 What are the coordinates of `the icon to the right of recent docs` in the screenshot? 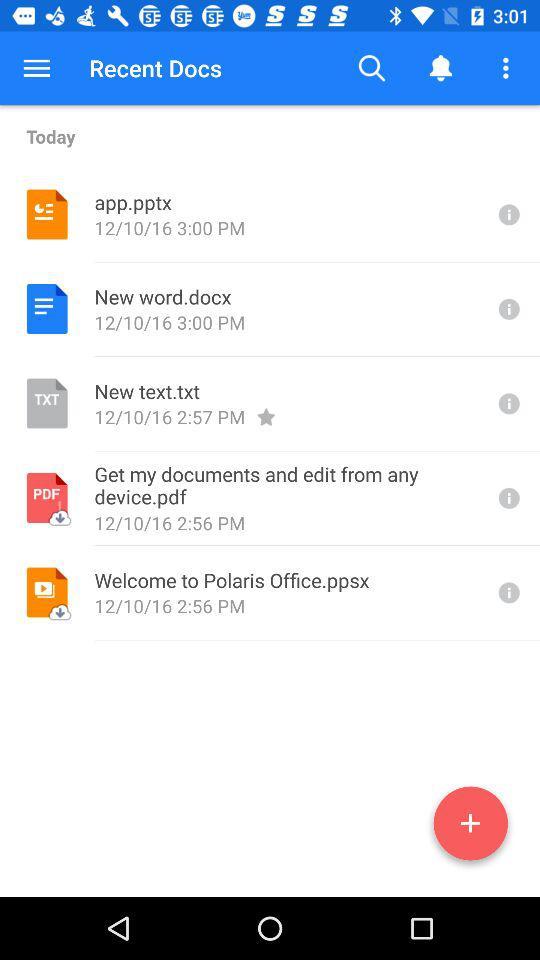 It's located at (372, 68).